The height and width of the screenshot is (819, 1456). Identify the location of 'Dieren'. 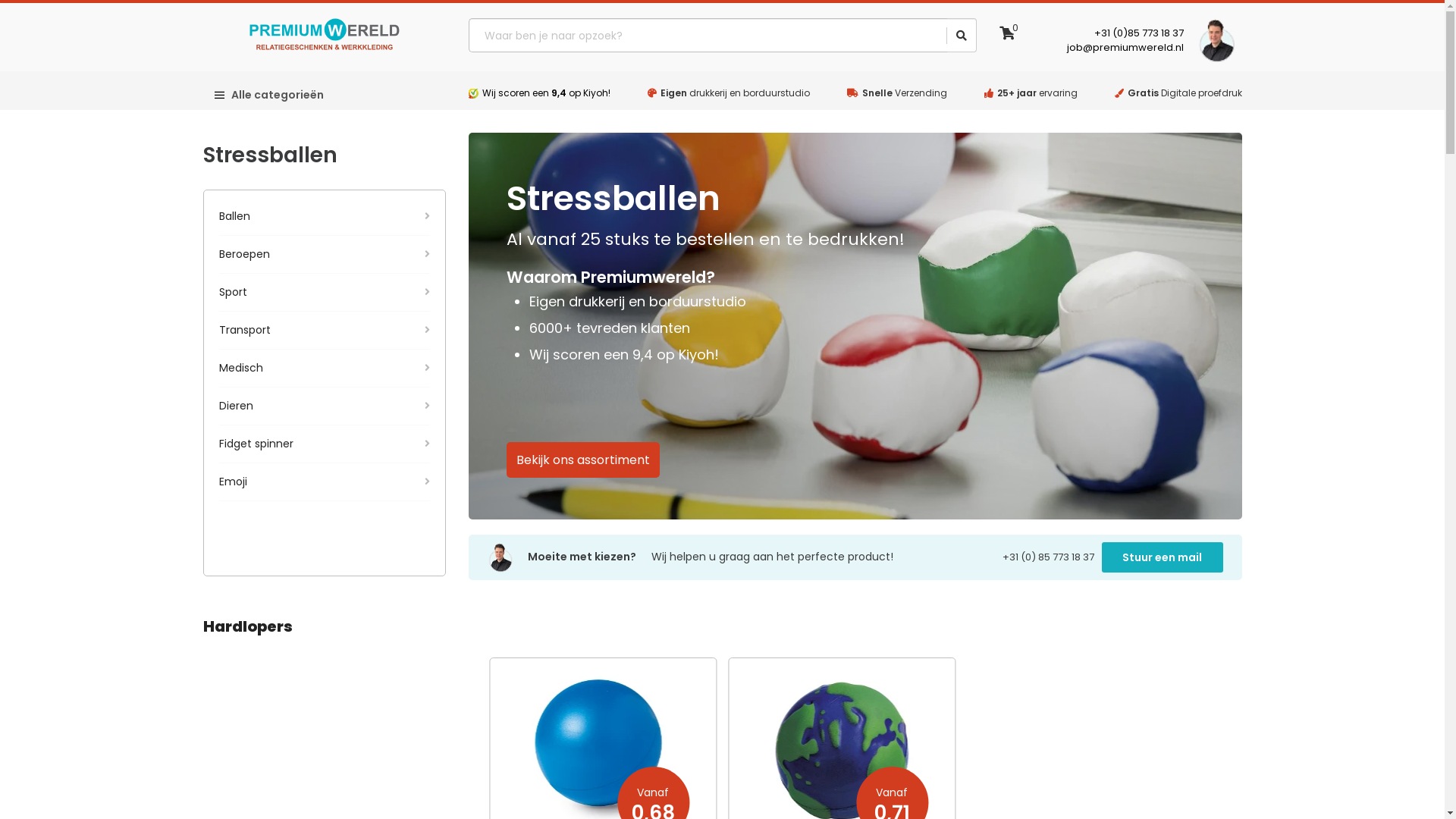
(323, 405).